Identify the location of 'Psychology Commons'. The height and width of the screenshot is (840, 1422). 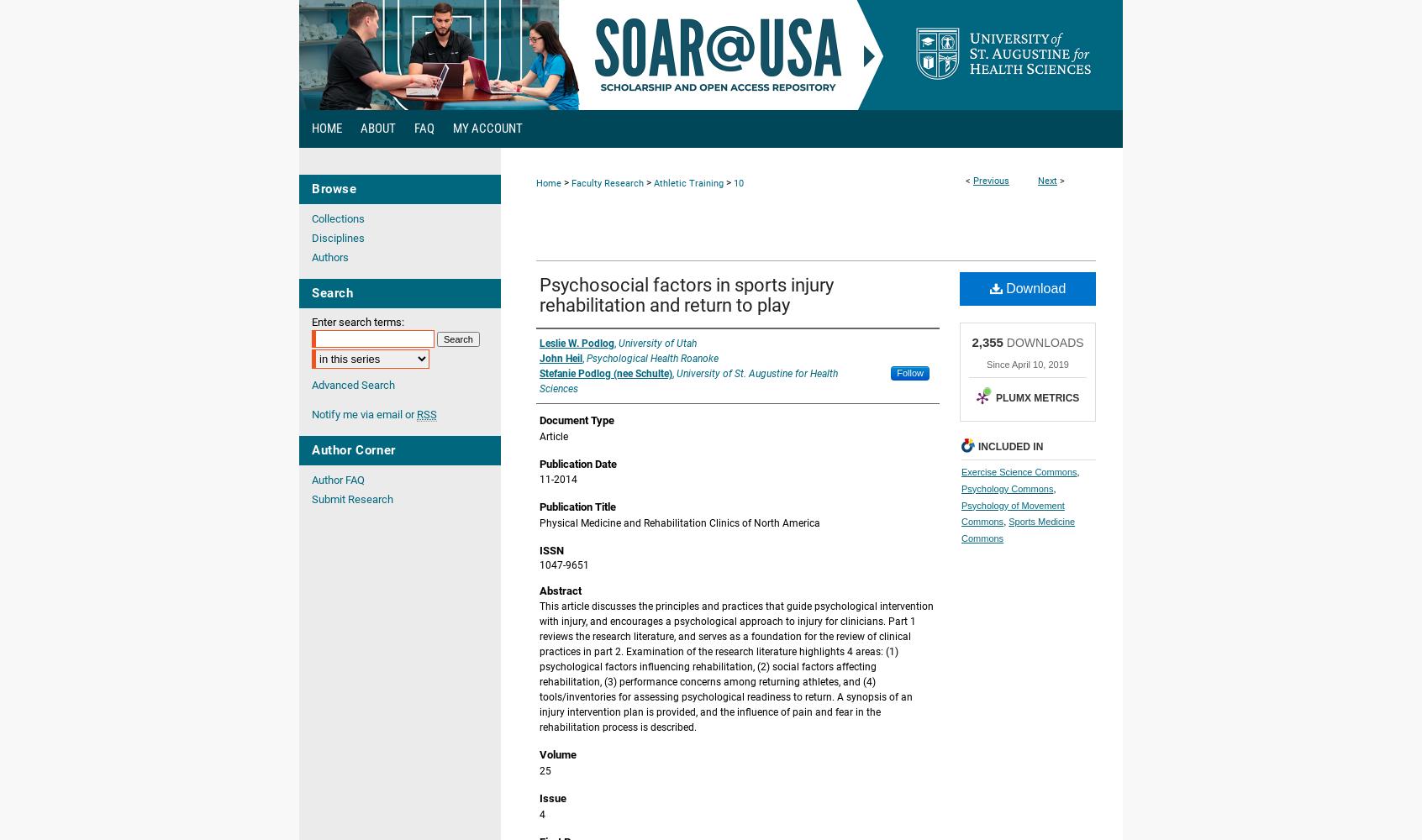
(1006, 487).